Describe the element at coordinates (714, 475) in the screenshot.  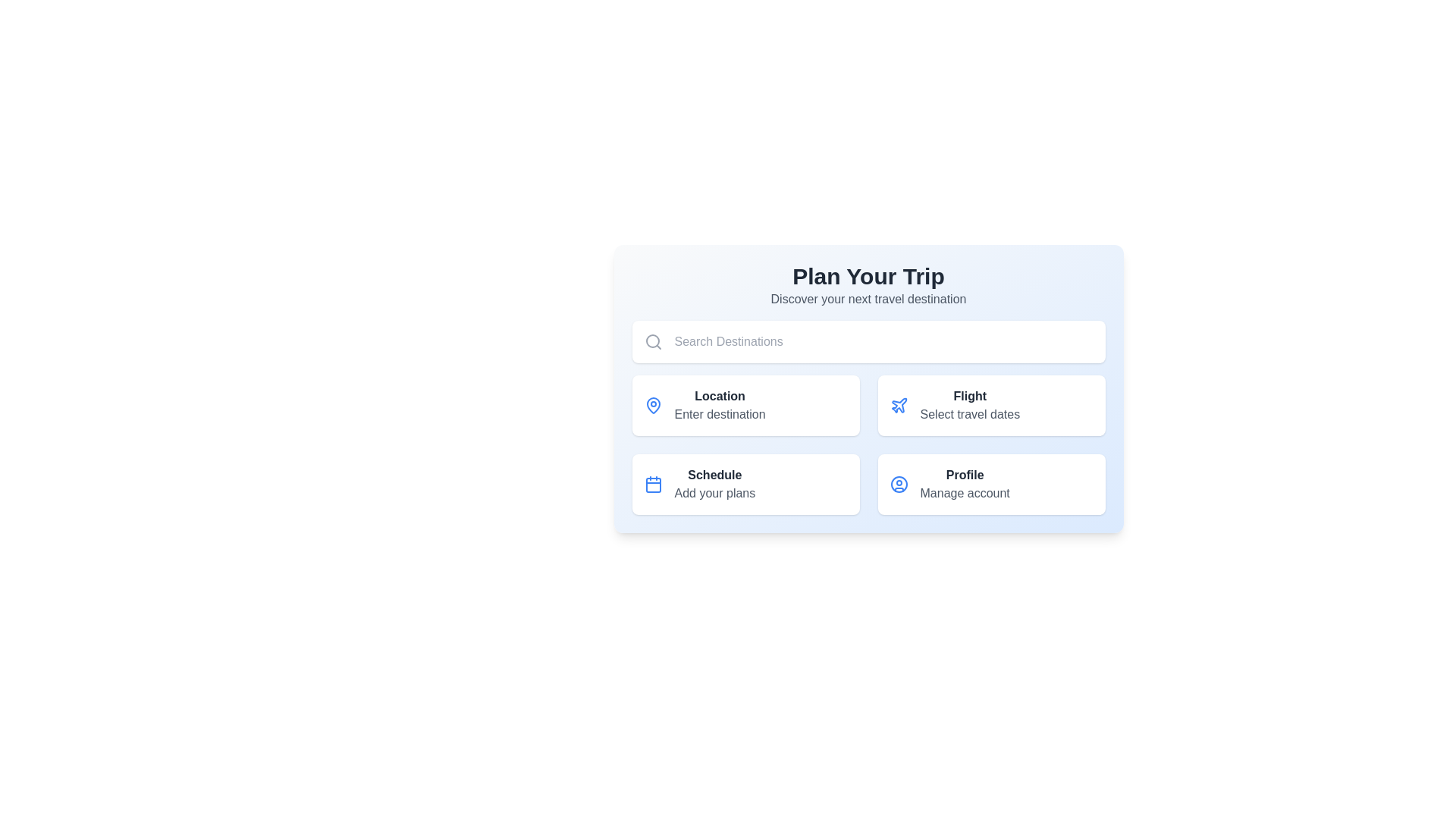
I see `the 'Schedule' text label, which is styled in bold dark gray and positioned at the top of the 'Schedule Add your plans' interface option, located in the bottom-left quadrant of the grid` at that location.